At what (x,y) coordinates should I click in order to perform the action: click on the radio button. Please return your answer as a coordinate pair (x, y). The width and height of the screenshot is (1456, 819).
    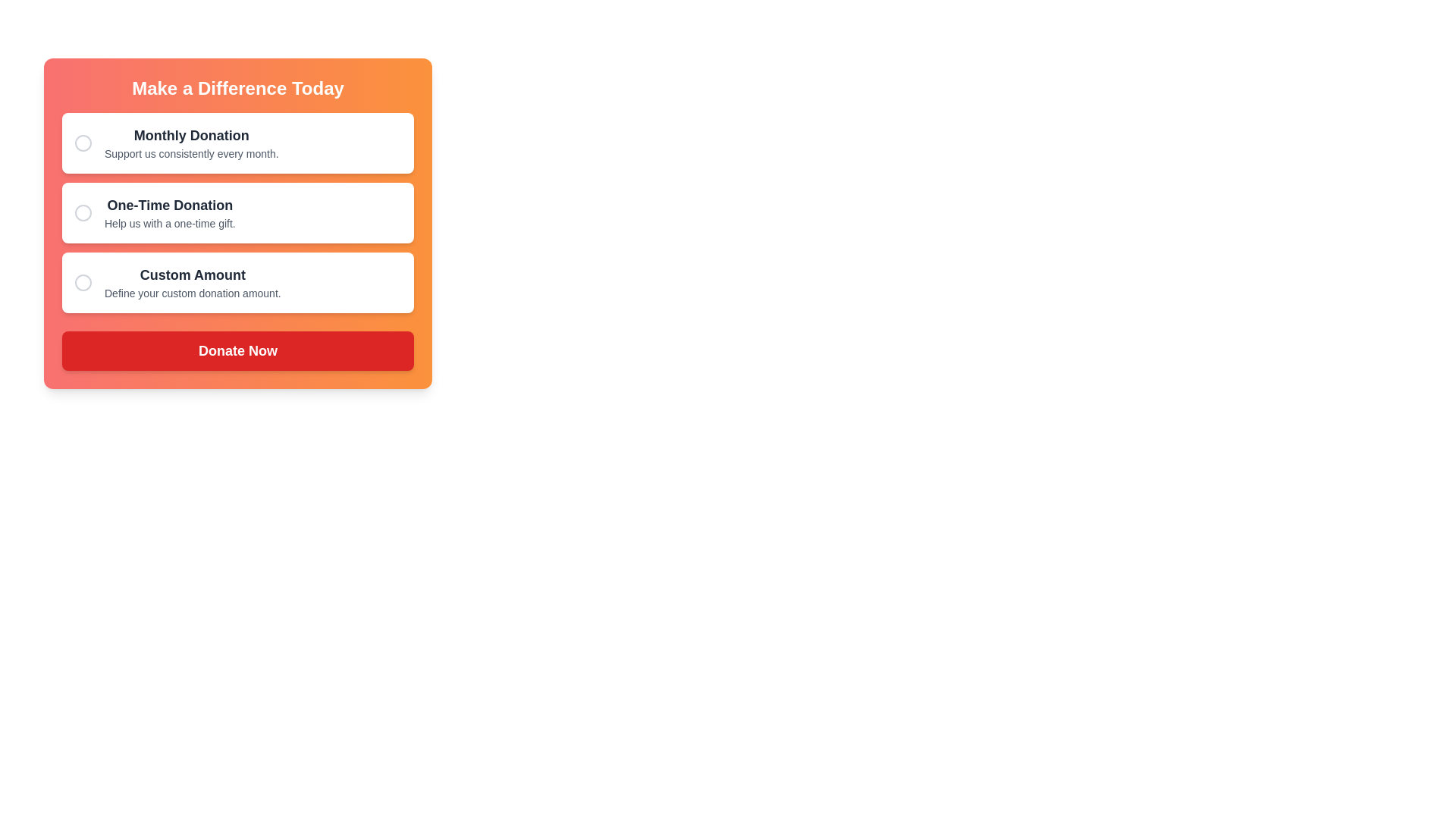
    Looking at the image, I should click on (83, 213).